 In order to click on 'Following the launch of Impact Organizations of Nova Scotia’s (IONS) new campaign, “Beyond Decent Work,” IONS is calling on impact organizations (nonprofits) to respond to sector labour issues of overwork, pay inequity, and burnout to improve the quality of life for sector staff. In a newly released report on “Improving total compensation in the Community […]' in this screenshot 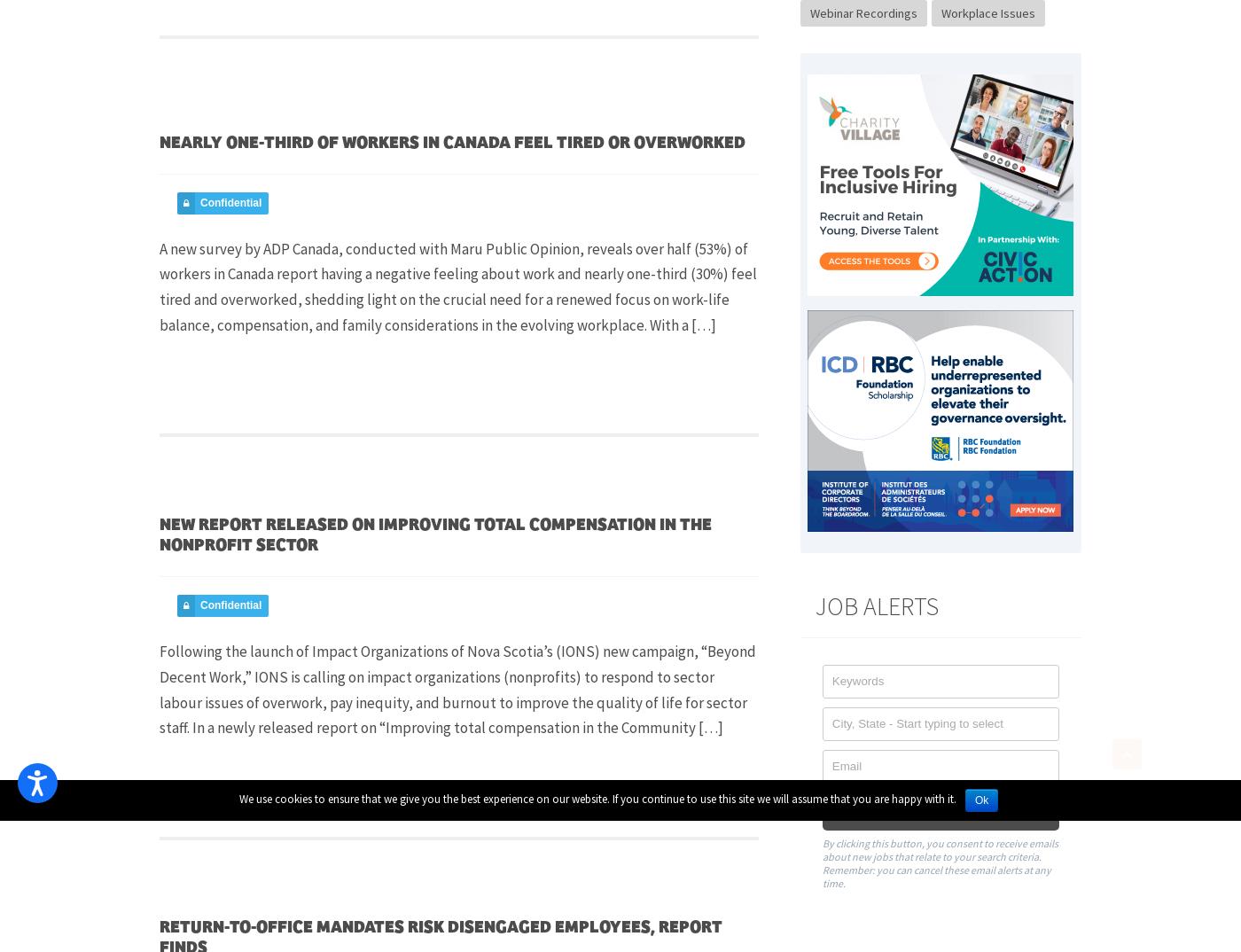, I will do `click(457, 688)`.